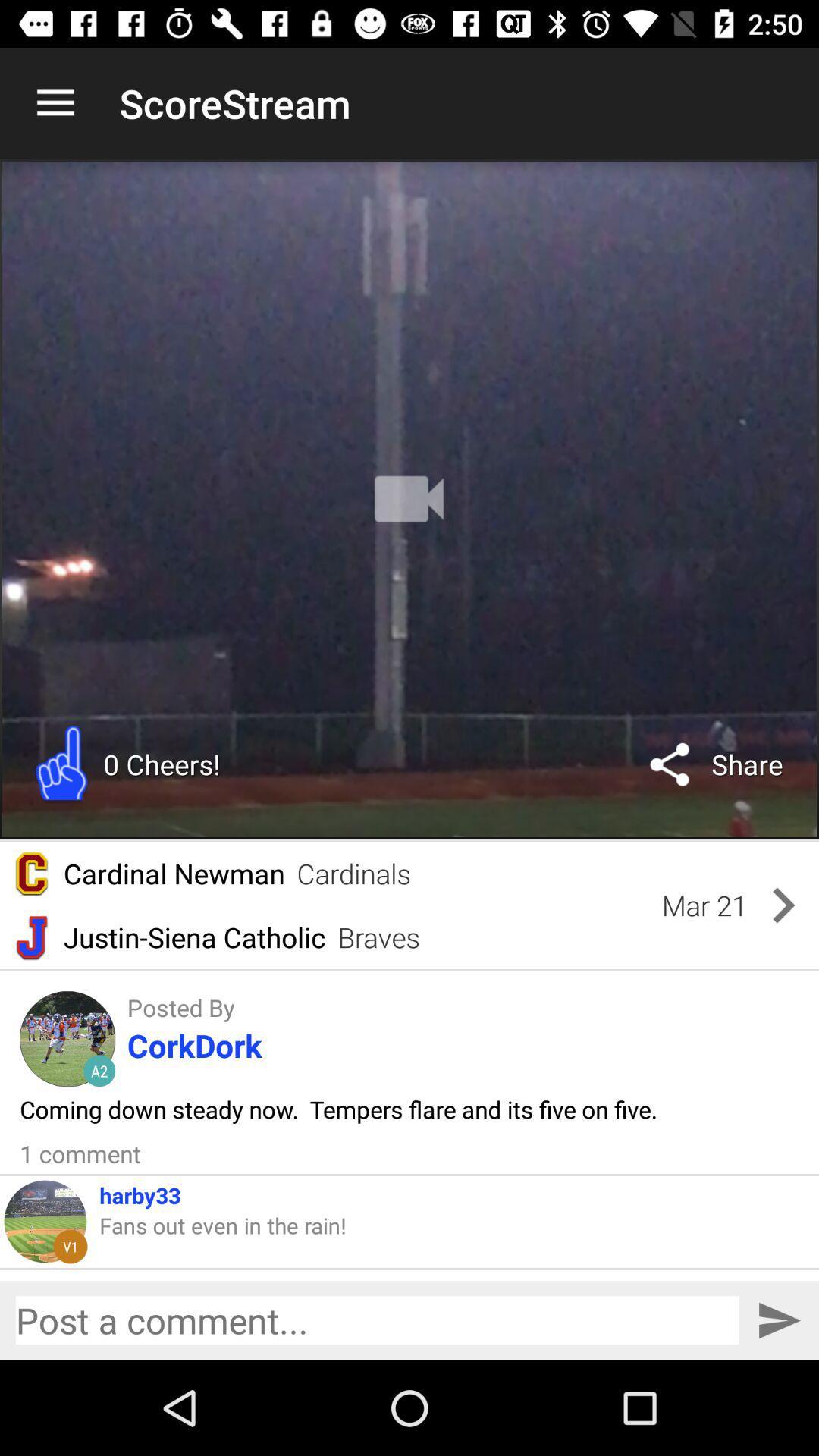 Image resolution: width=819 pixels, height=1456 pixels. I want to click on the 0 cheers! item, so click(162, 764).